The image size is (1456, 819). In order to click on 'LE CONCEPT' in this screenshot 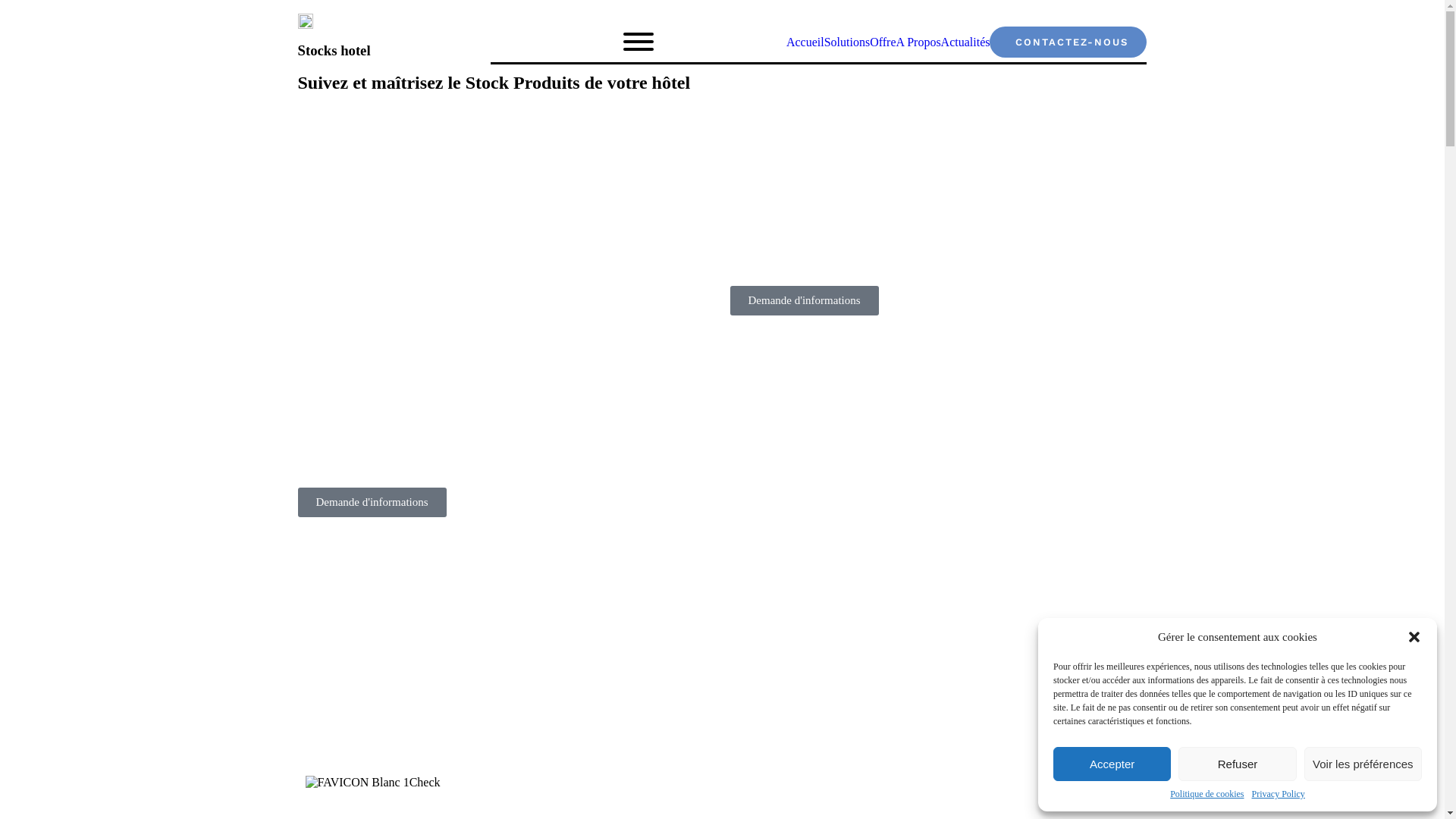, I will do `click(338, 811)`.